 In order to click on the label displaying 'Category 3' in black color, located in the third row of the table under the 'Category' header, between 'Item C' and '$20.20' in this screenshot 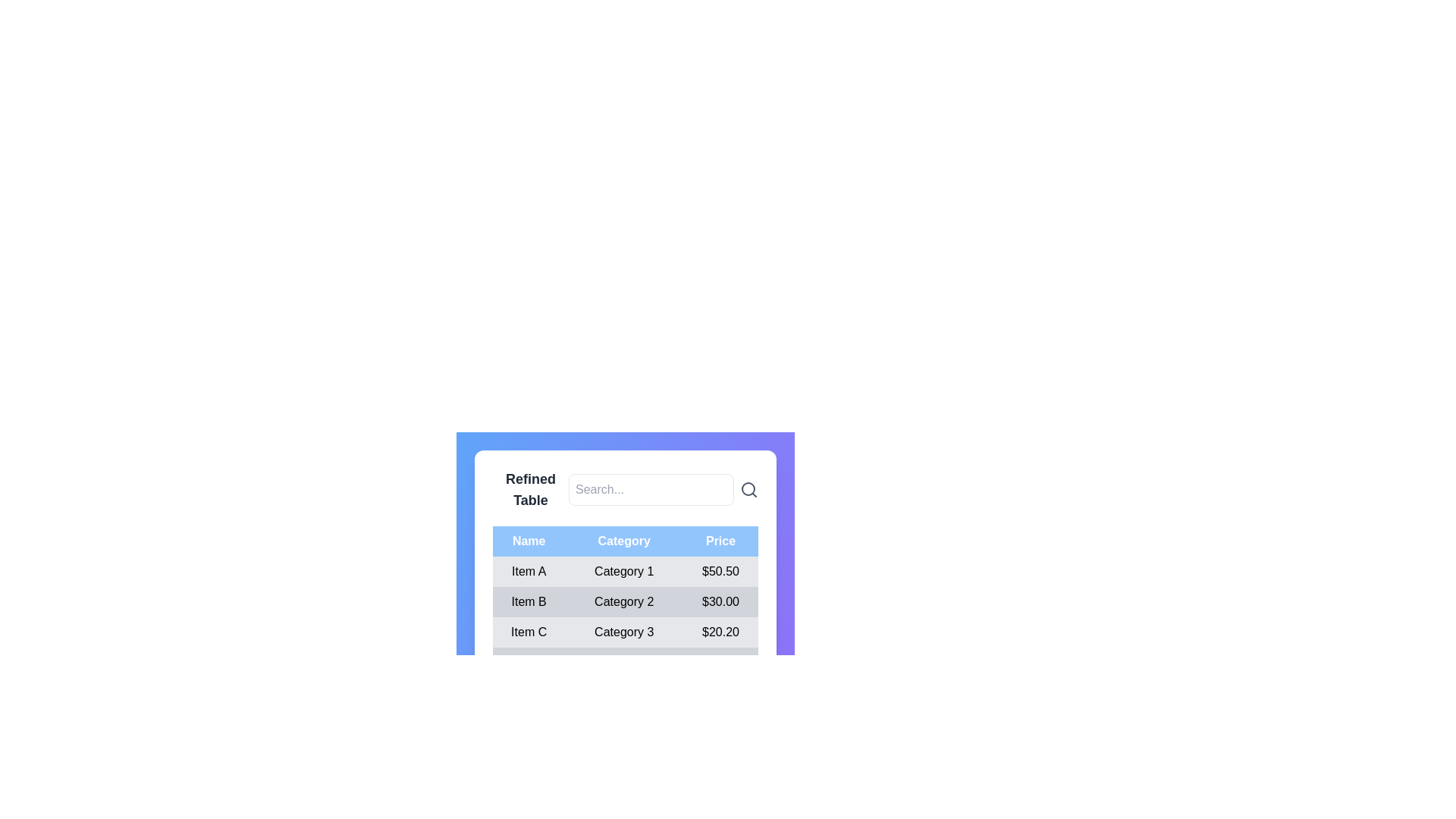, I will do `click(624, 632)`.